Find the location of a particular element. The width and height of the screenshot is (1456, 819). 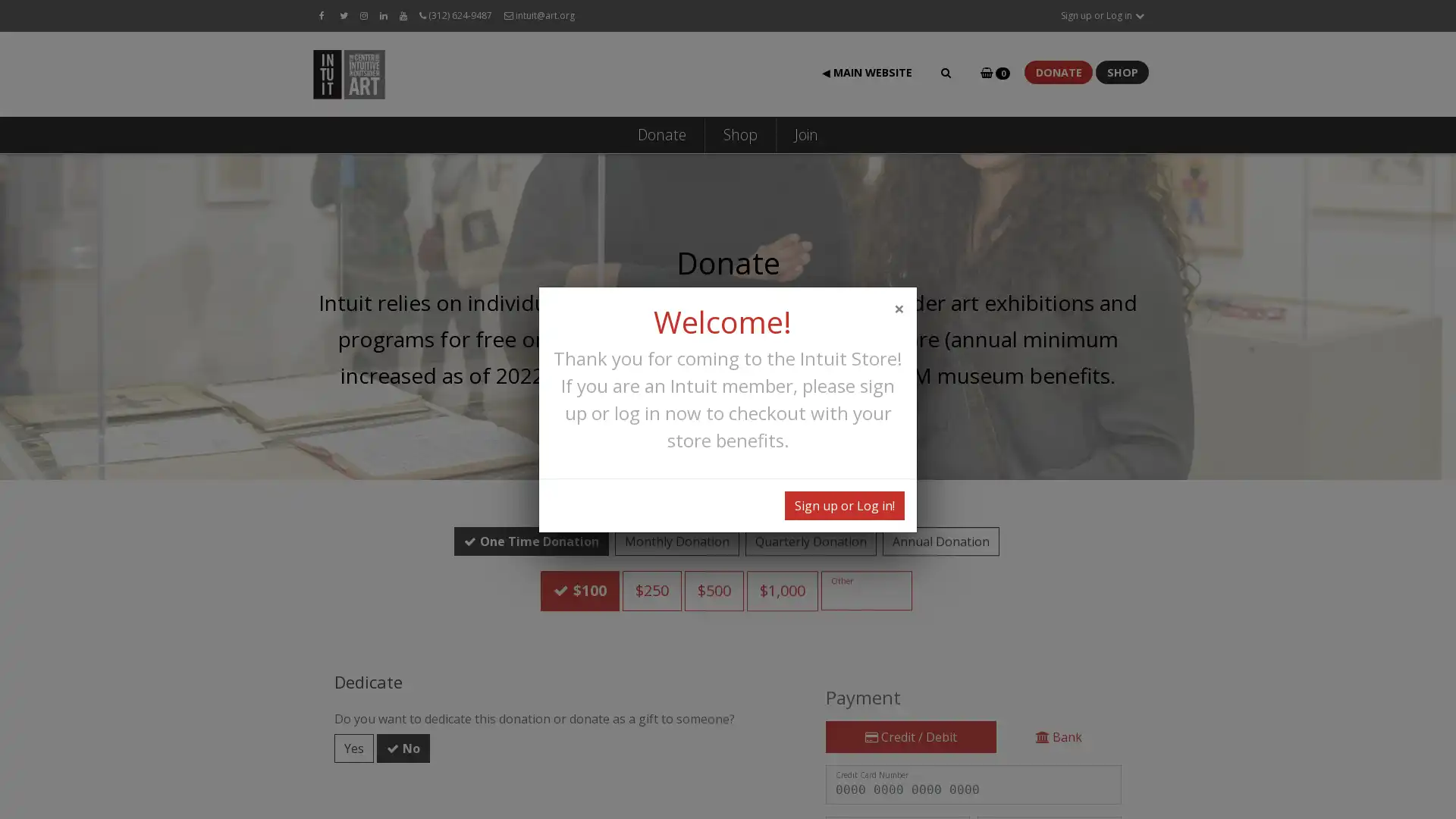

Bank is located at coordinates (1058, 705).